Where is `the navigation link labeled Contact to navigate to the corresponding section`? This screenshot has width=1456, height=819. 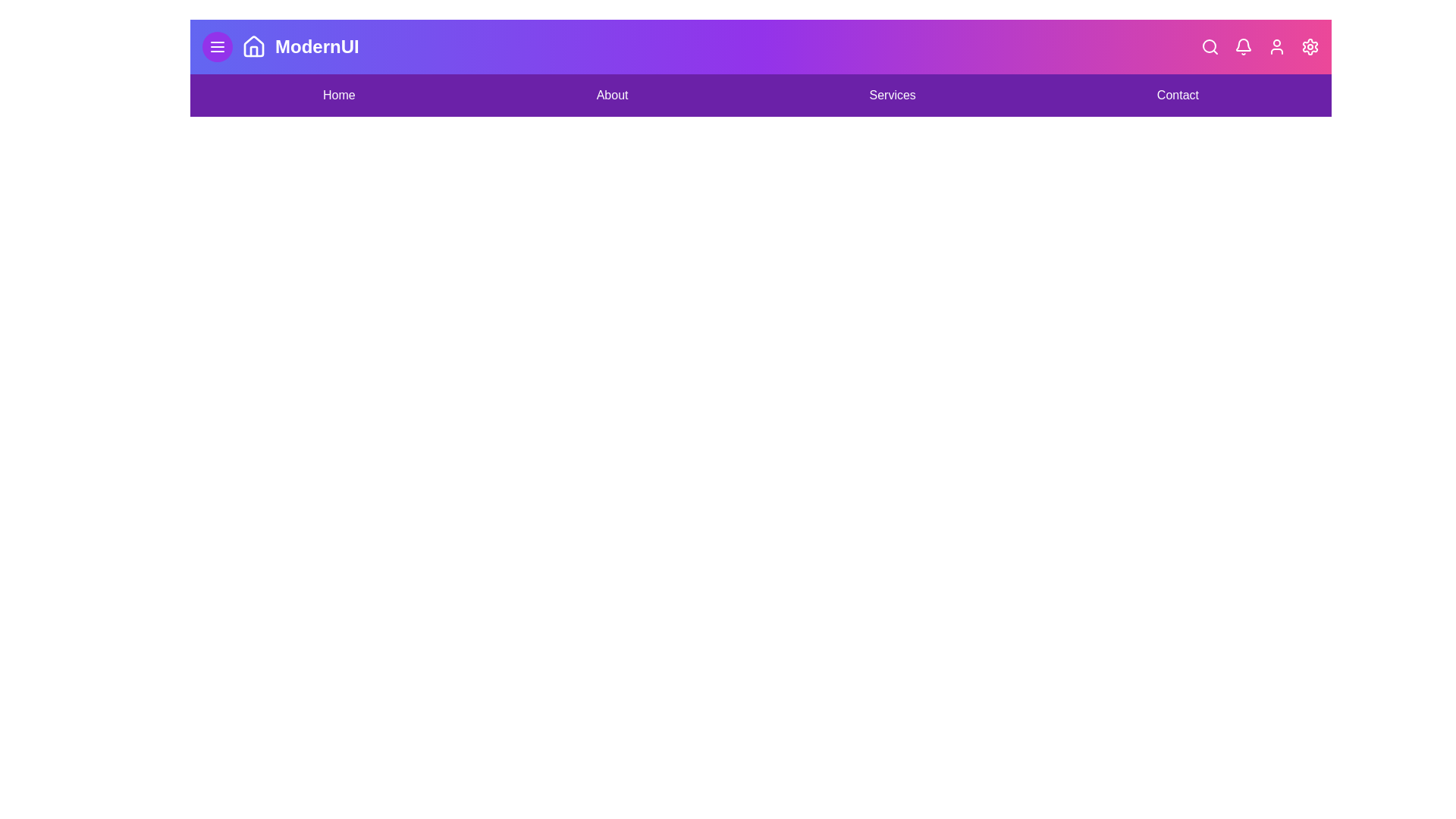 the navigation link labeled Contact to navigate to the corresponding section is located at coordinates (1177, 96).